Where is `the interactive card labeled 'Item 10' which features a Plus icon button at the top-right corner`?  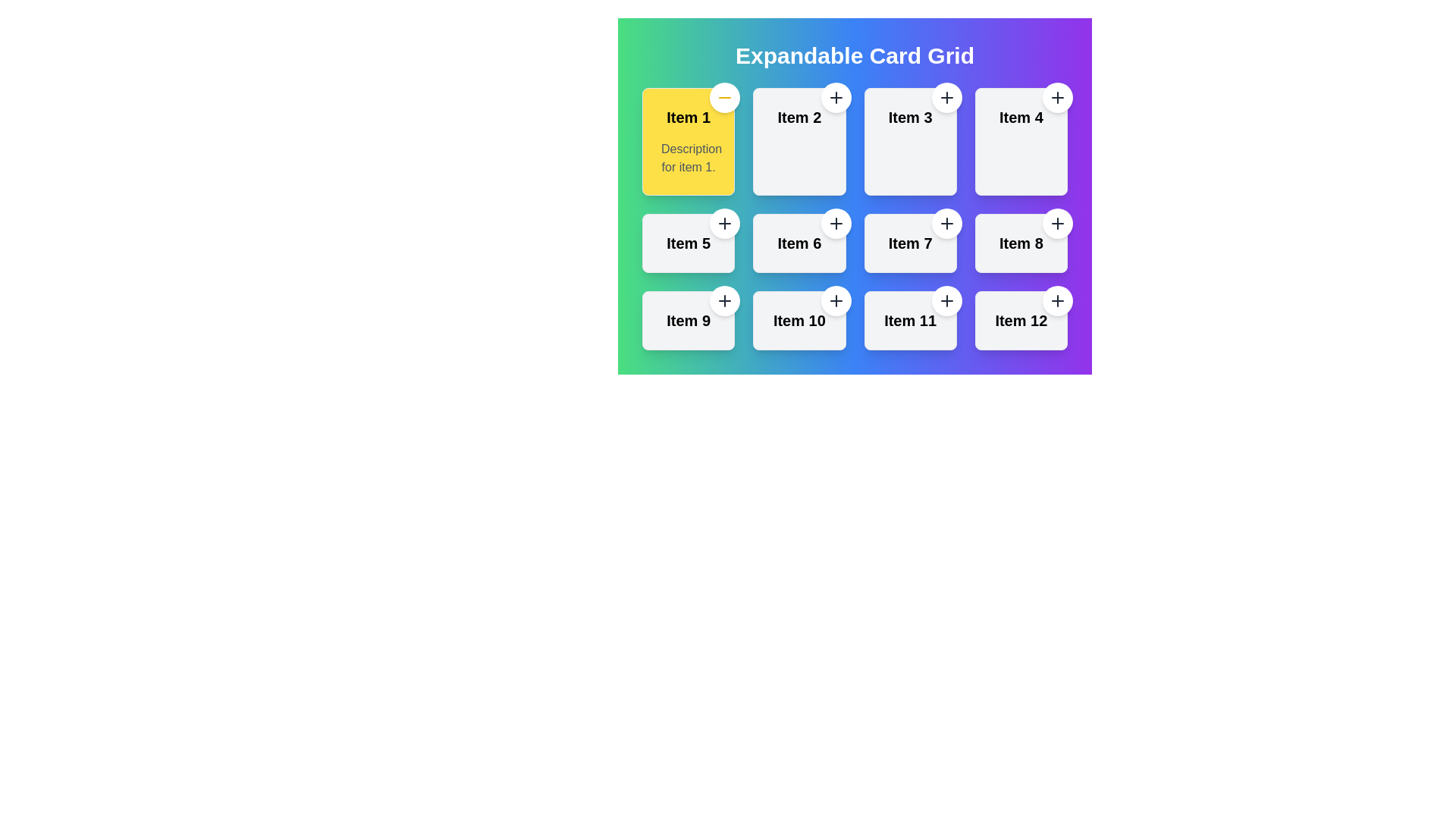
the interactive card labeled 'Item 10' which features a Plus icon button at the top-right corner is located at coordinates (799, 320).